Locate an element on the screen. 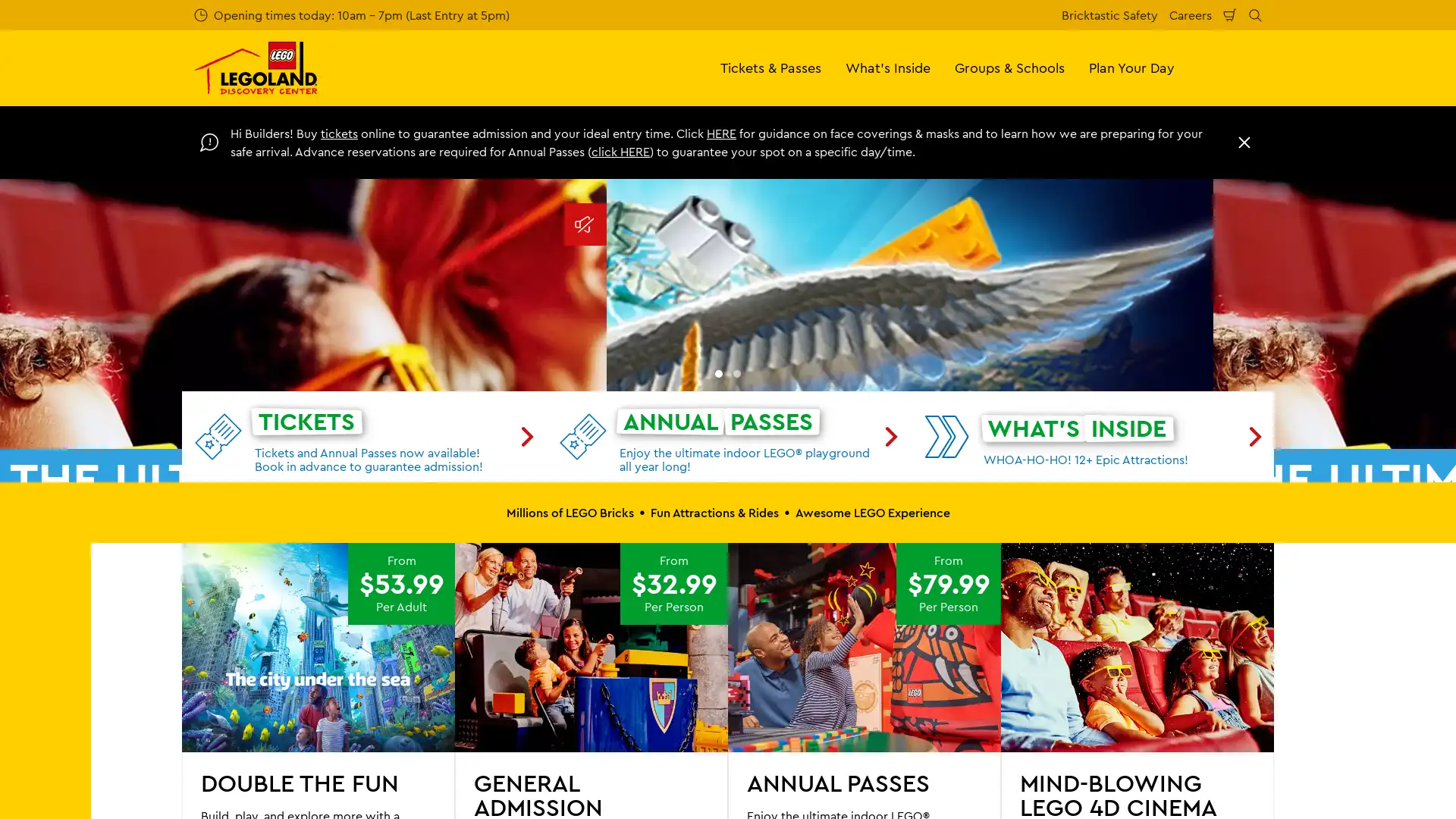  What's Inside is located at coordinates (888, 67).